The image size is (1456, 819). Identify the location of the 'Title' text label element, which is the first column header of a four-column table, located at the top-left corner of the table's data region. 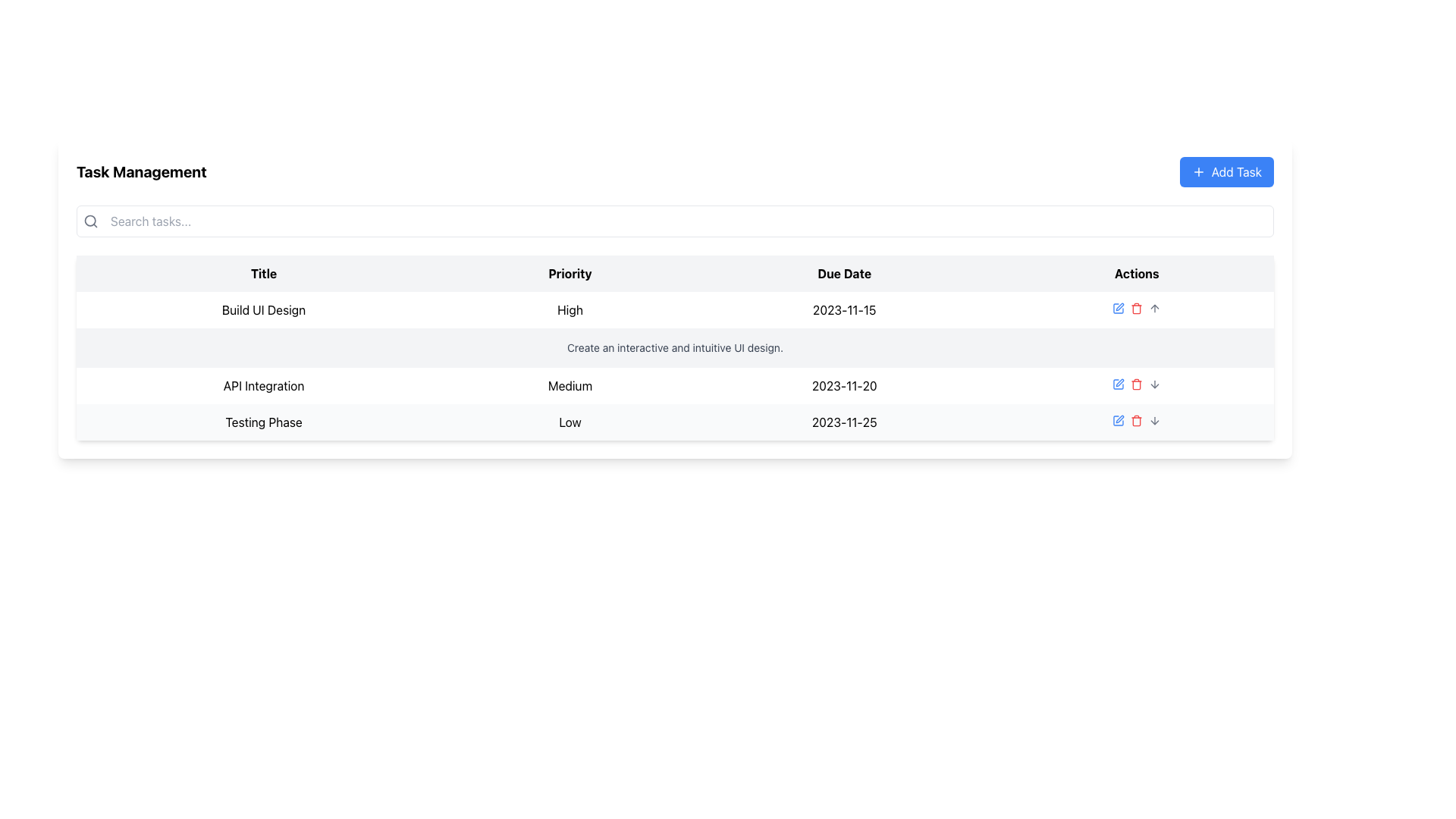
(264, 274).